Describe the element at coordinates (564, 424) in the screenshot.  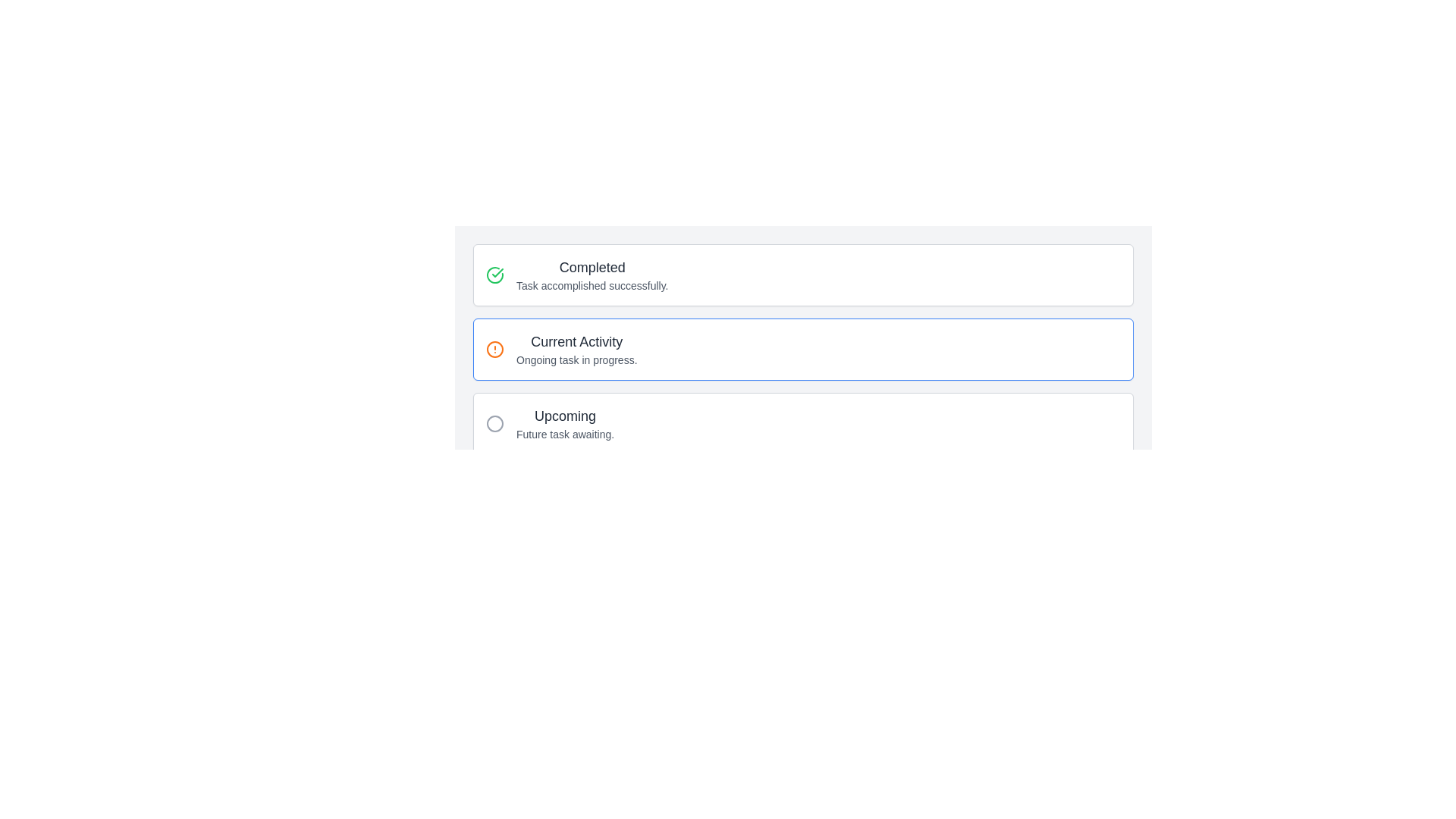
I see `the textual label element that displays 'Upcoming' in a larger dark-gray font and 'Future task awaiting.' in a smaller lighter gray font, which is positioned as the third section in a vertical stack of sections` at that location.